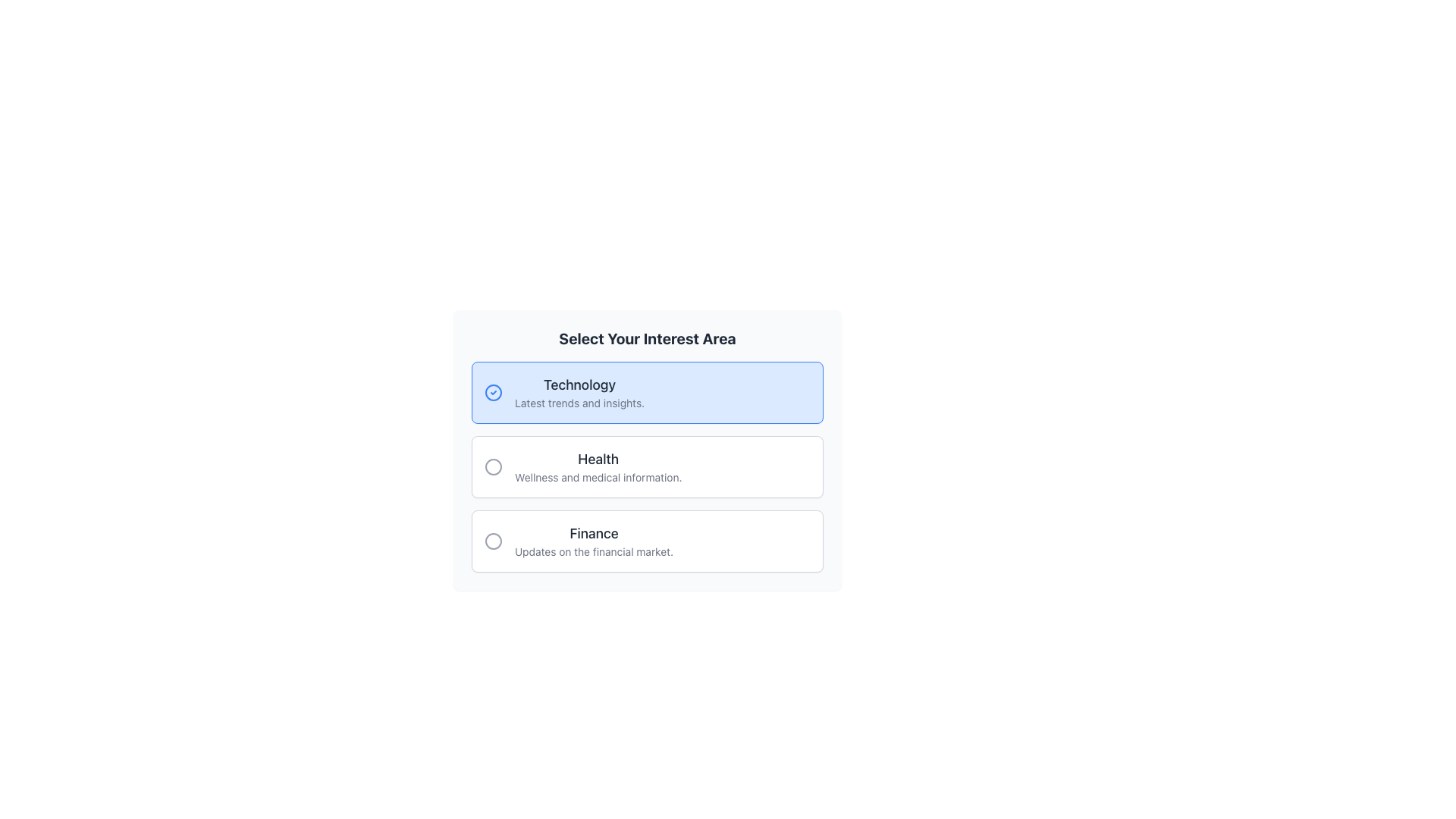  Describe the element at coordinates (598, 466) in the screenshot. I see `the 'Health' category text block, which is centrally located in the second card of selectable options, positioned below 'Technology' and above 'Finance'` at that location.